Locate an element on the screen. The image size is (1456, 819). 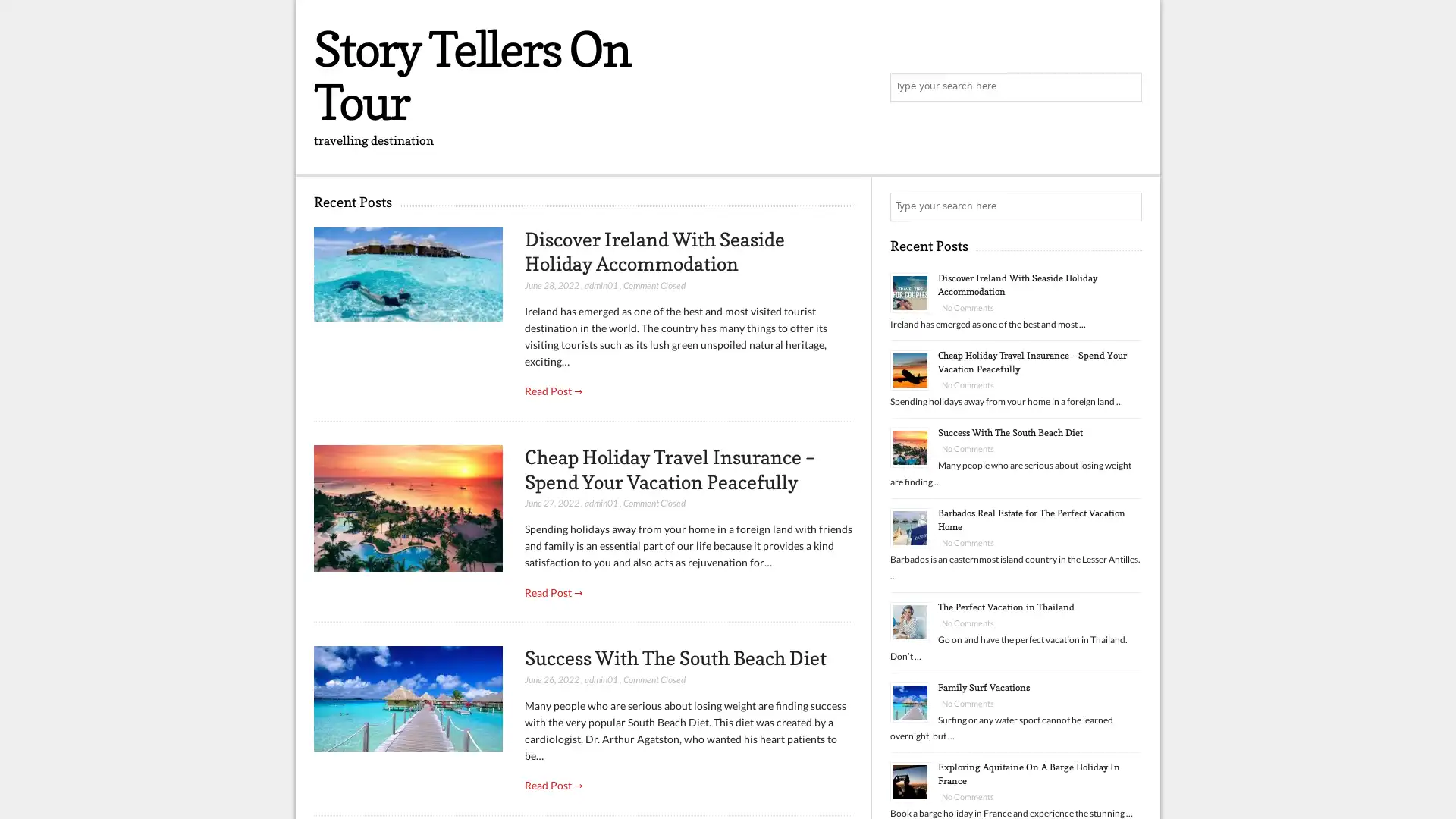
Search is located at coordinates (1126, 87).